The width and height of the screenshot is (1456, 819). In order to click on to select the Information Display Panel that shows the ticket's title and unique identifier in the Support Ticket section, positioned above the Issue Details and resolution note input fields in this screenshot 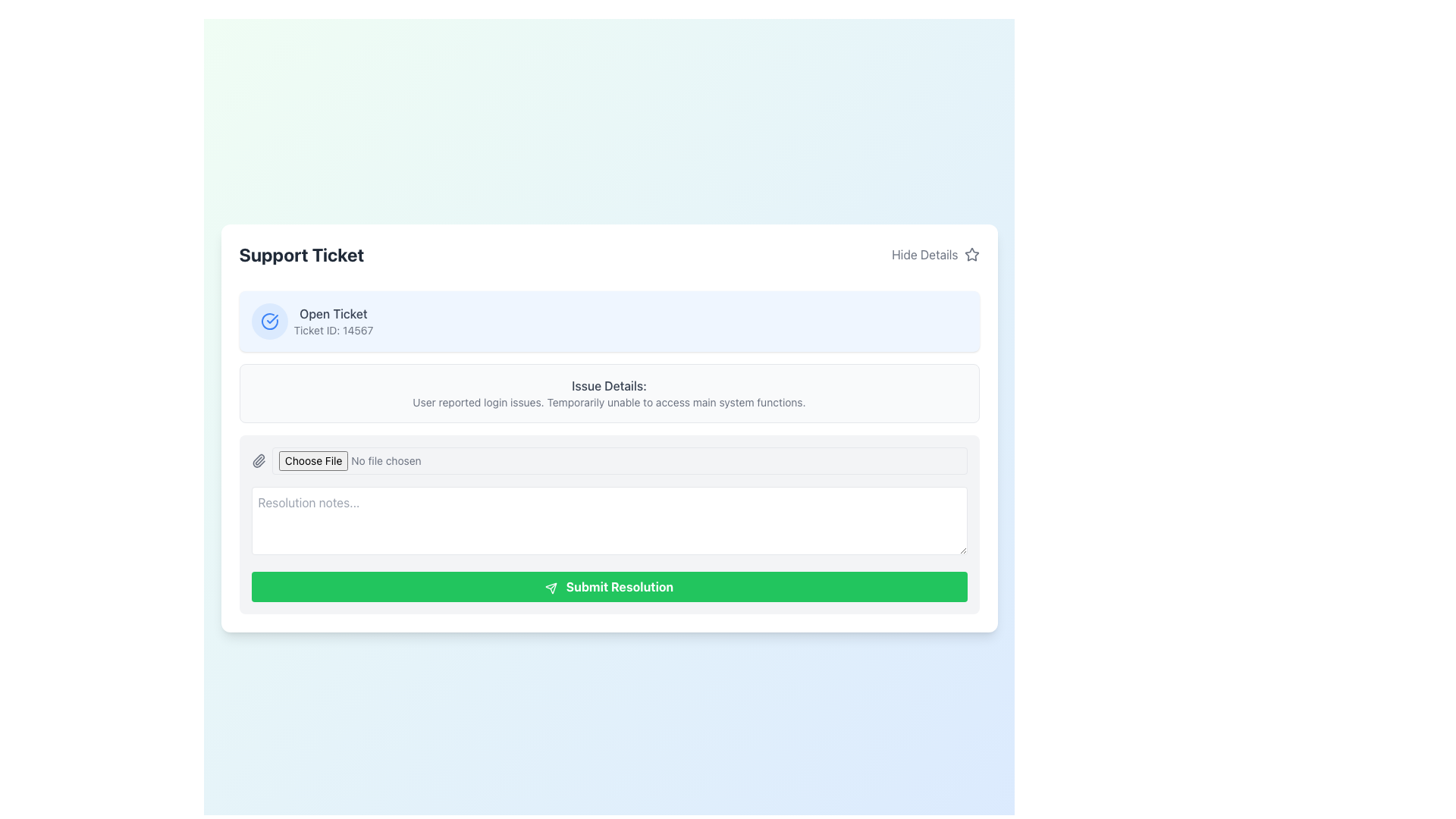, I will do `click(609, 321)`.